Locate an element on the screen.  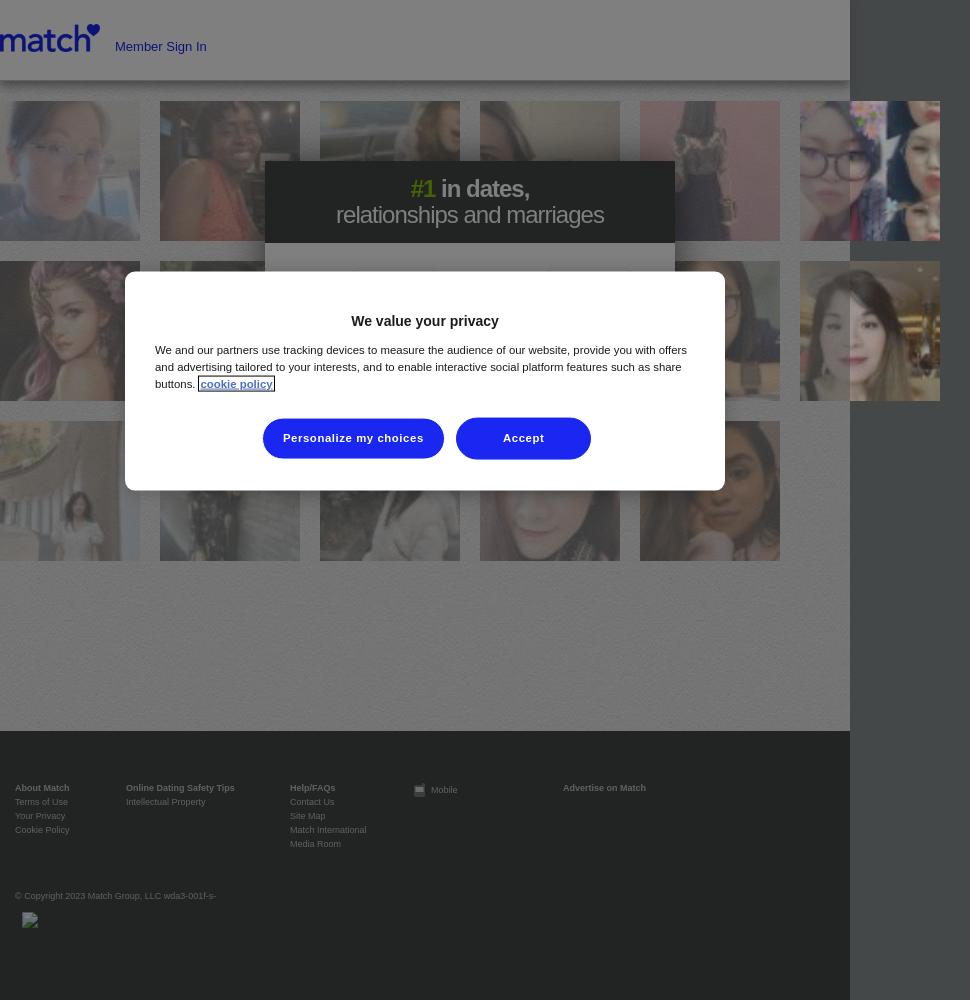
'looking for a' is located at coordinates (491, 285).